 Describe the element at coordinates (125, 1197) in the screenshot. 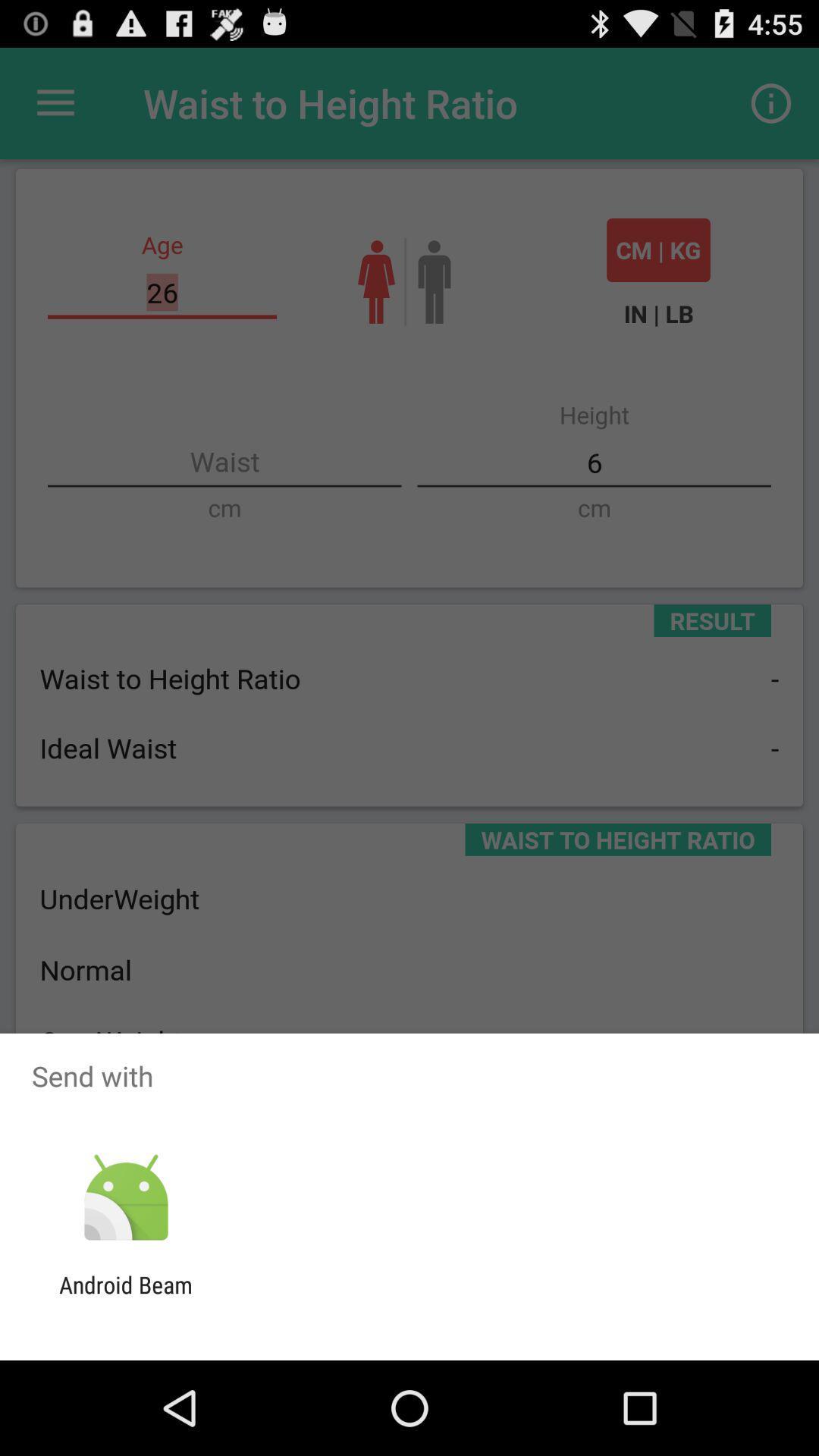

I see `icon below send with` at that location.